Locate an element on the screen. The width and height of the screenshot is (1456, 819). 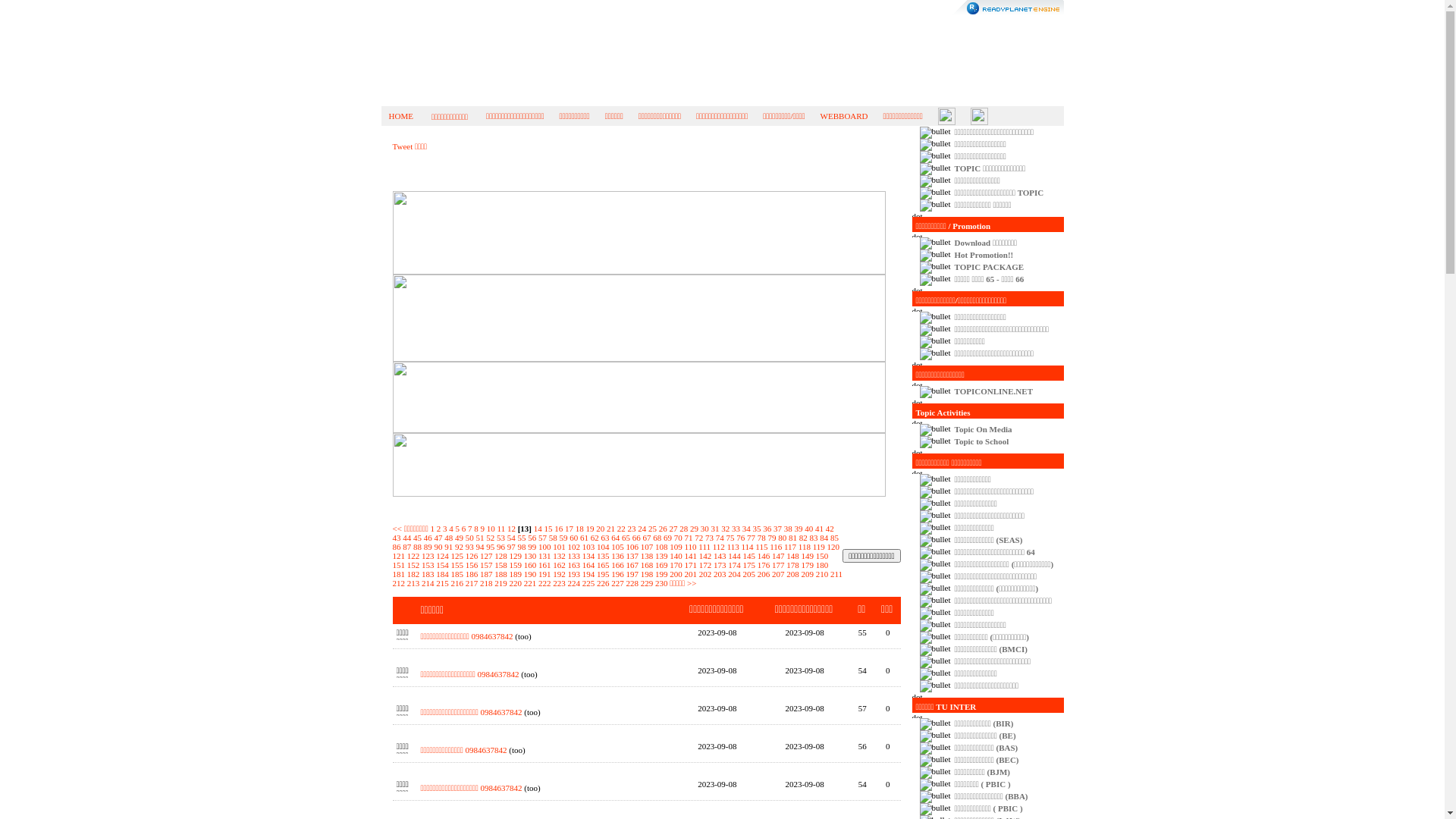
'227' is located at coordinates (617, 582).